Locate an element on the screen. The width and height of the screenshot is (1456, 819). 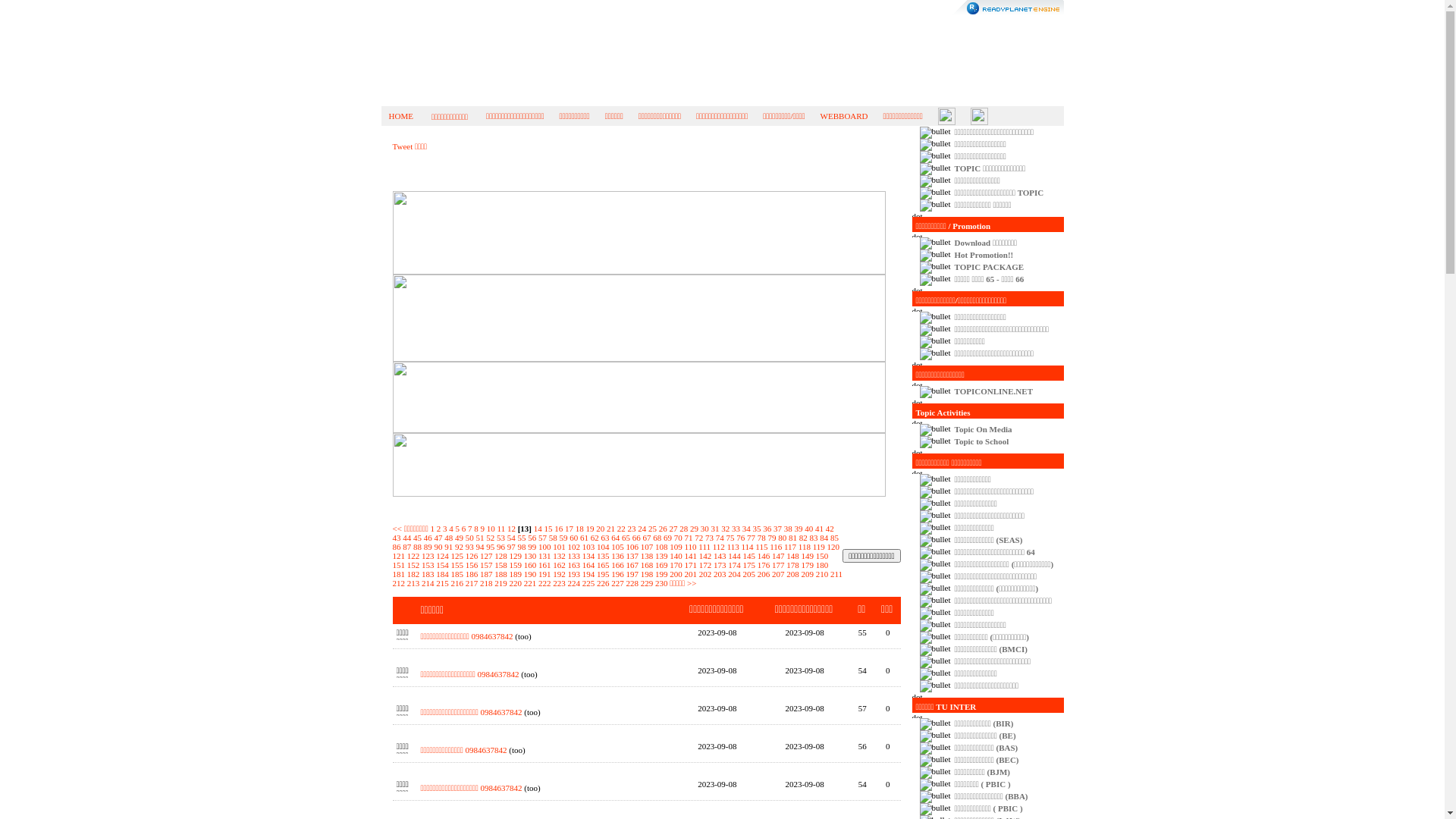
'227' is located at coordinates (617, 582).